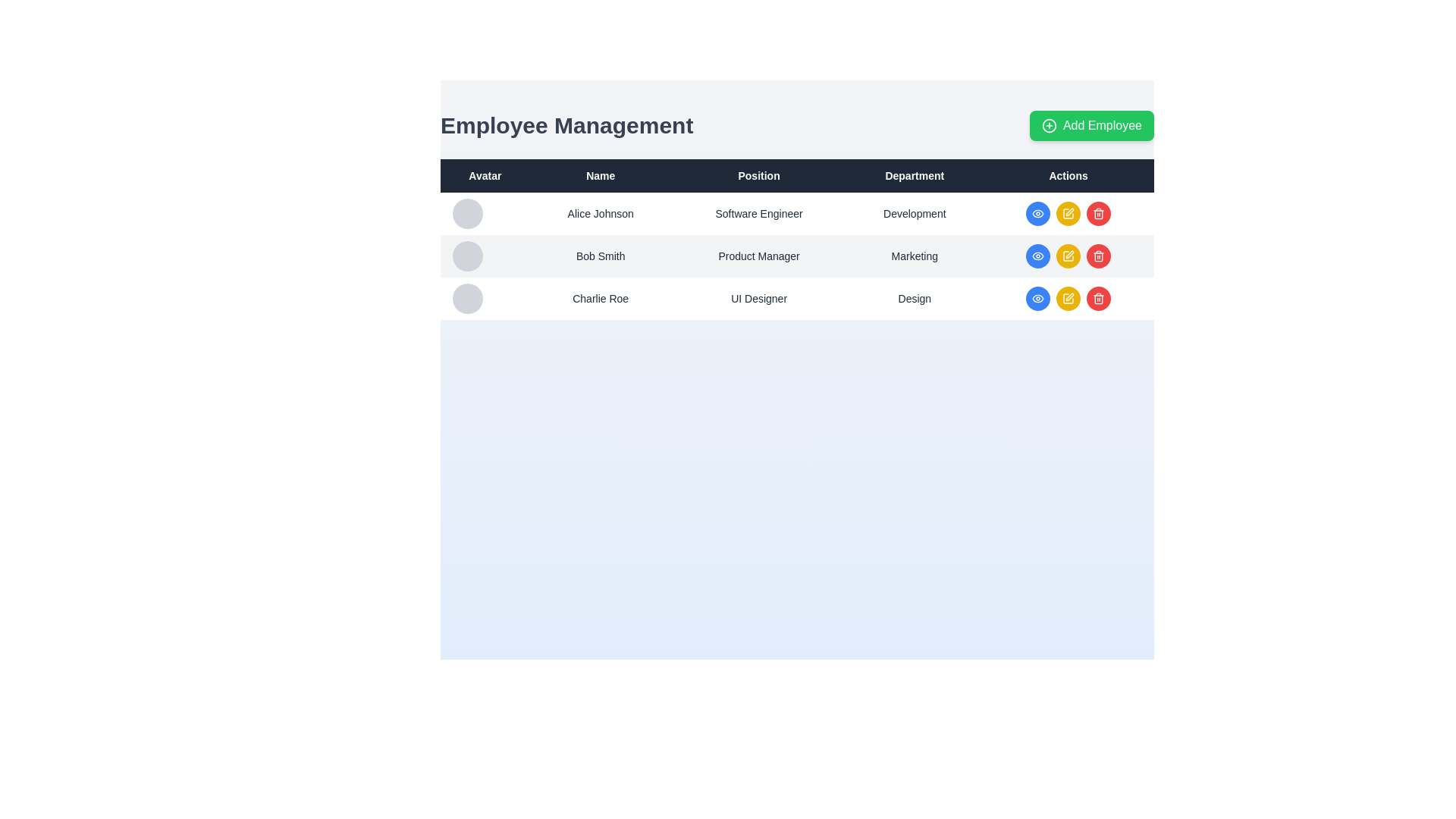 This screenshot has width=1456, height=819. I want to click on the text element displaying 'Bob Smith' in the second row of the table under the 'Name' column, so click(600, 256).